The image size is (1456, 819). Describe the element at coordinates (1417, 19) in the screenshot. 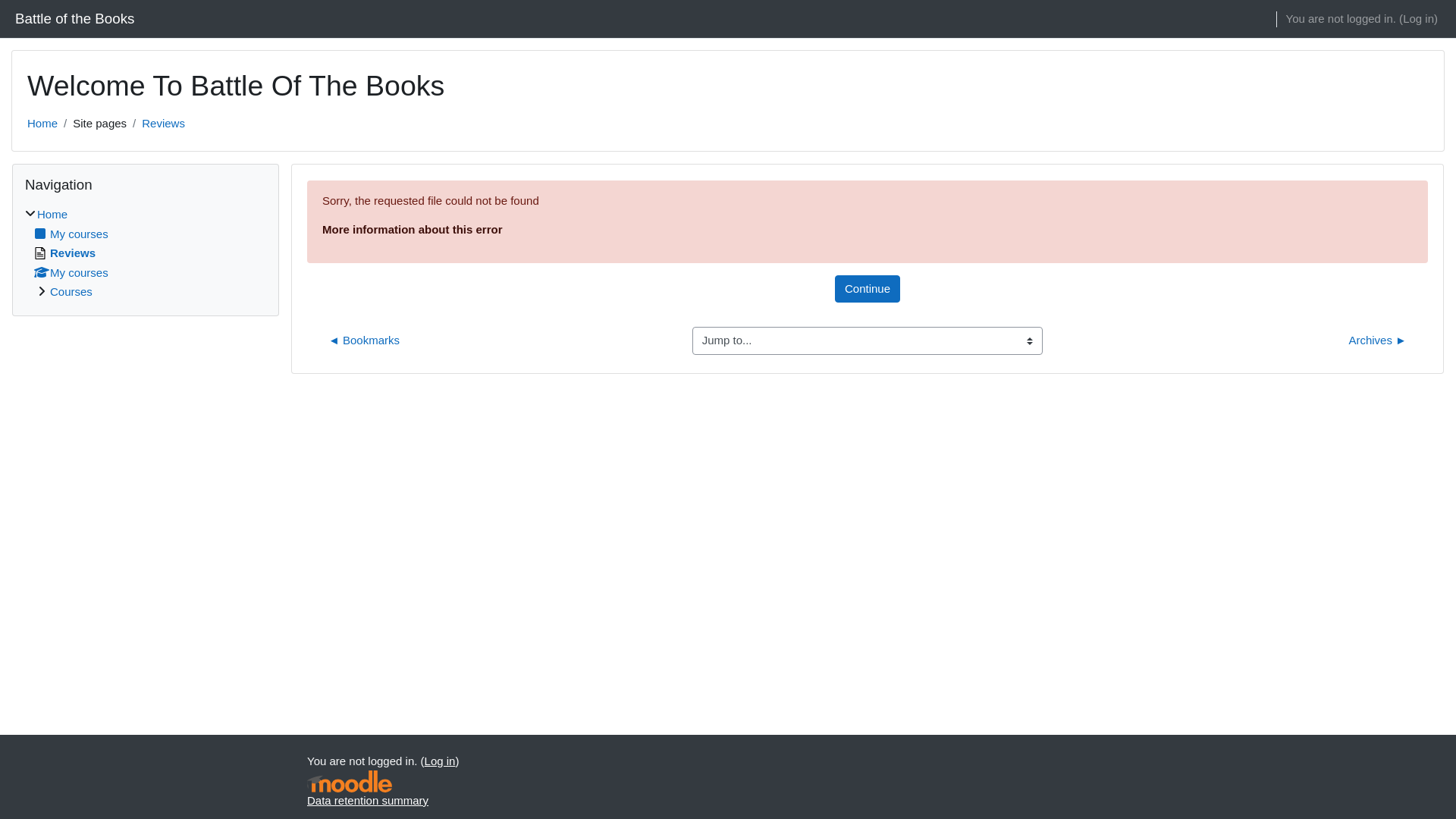

I see `'Log in'` at that location.